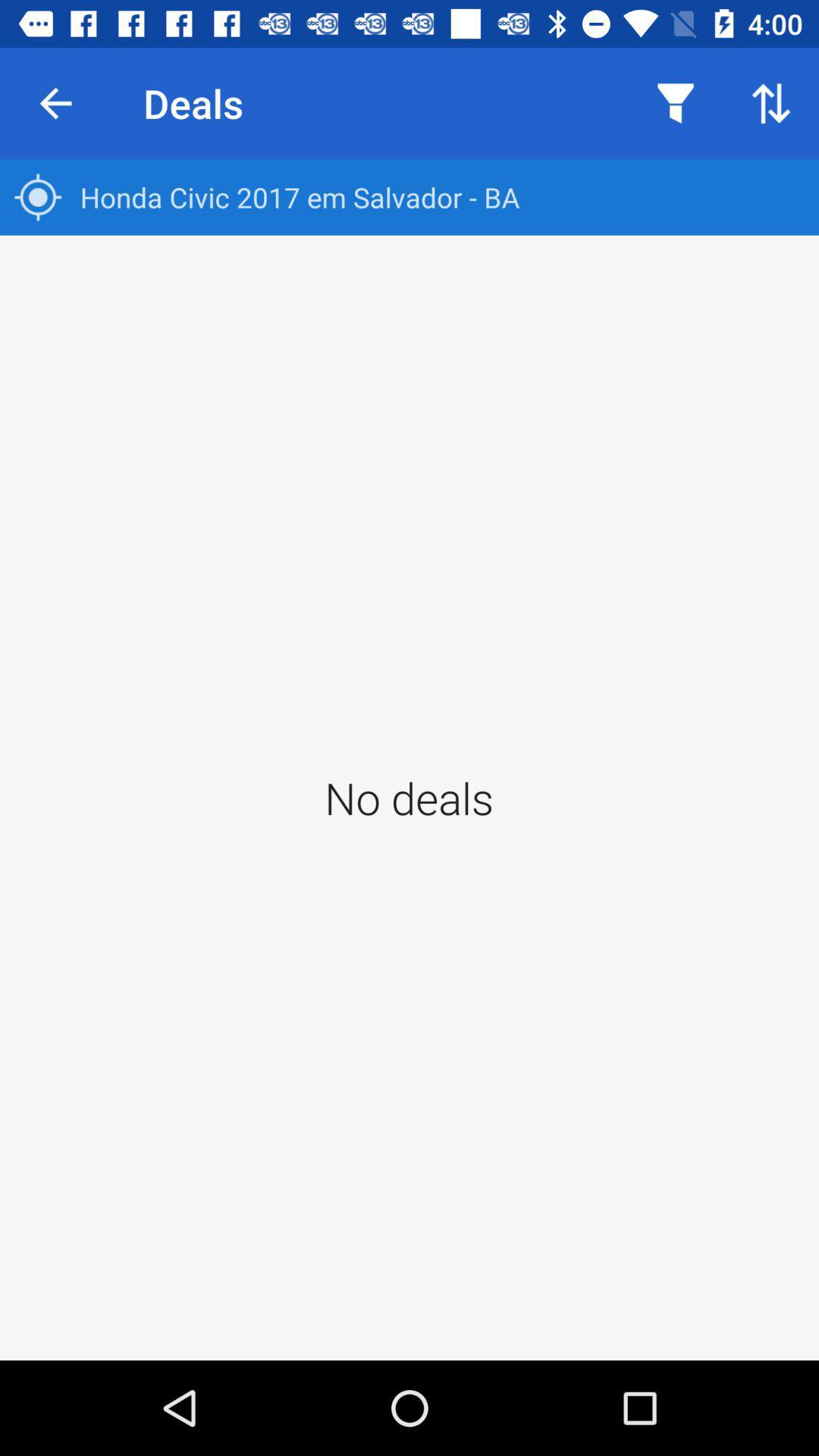 Image resolution: width=819 pixels, height=1456 pixels. Describe the element at coordinates (409, 196) in the screenshot. I see `item above no deals item` at that location.